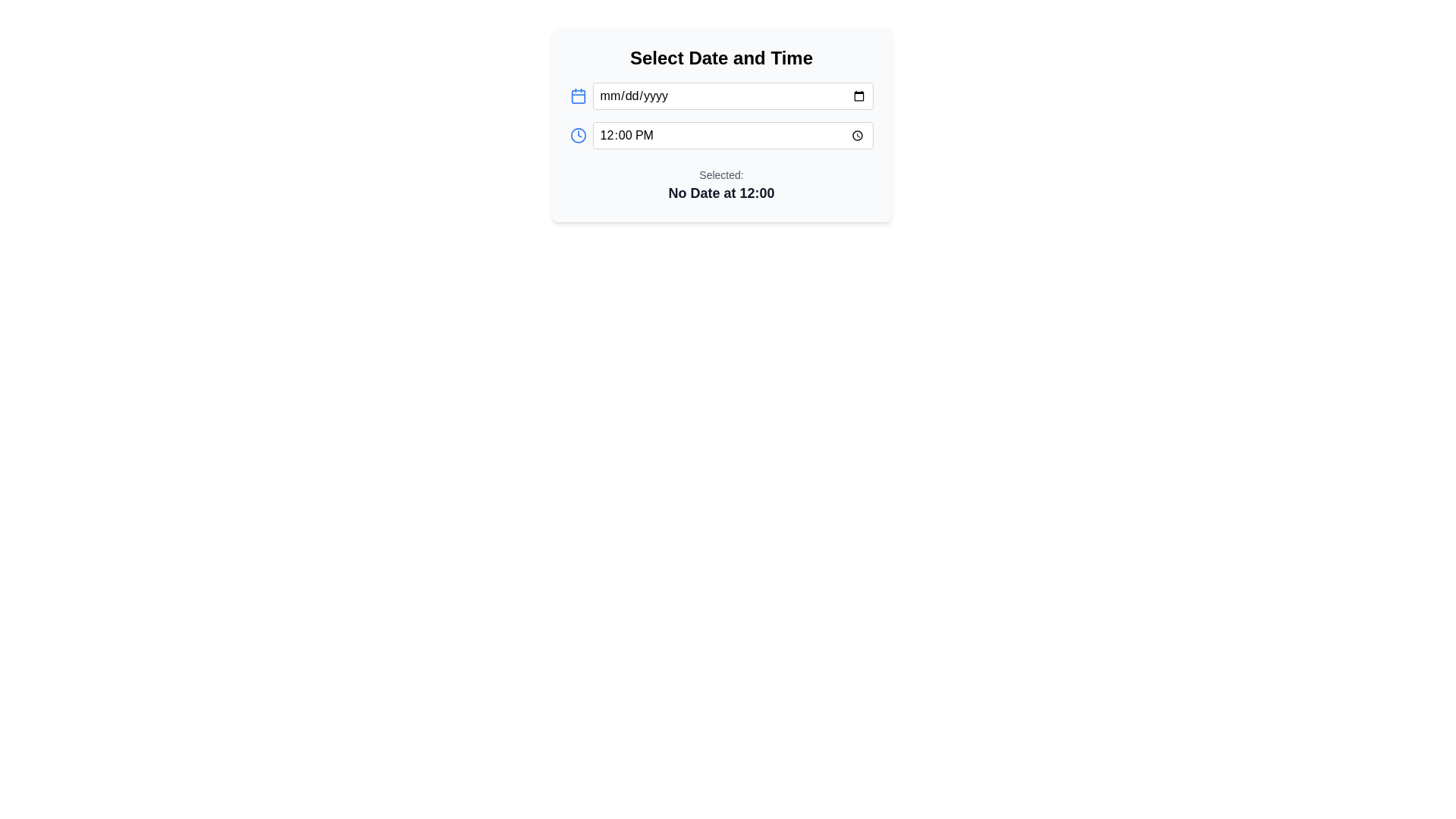 The image size is (1456, 819). Describe the element at coordinates (720, 58) in the screenshot. I see `the text label that reads 'Select Date and Time', which is displayed in a bold, large font at the top center of the user interface` at that location.